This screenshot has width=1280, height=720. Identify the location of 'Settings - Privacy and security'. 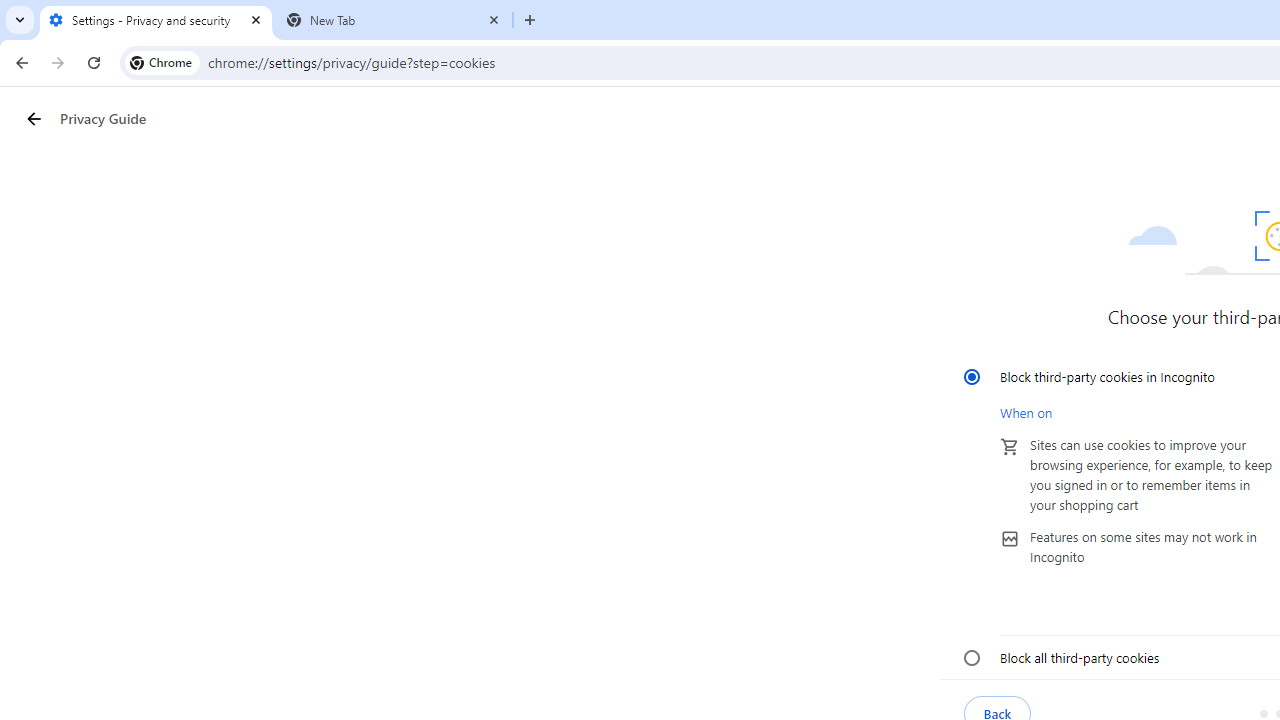
(155, 20).